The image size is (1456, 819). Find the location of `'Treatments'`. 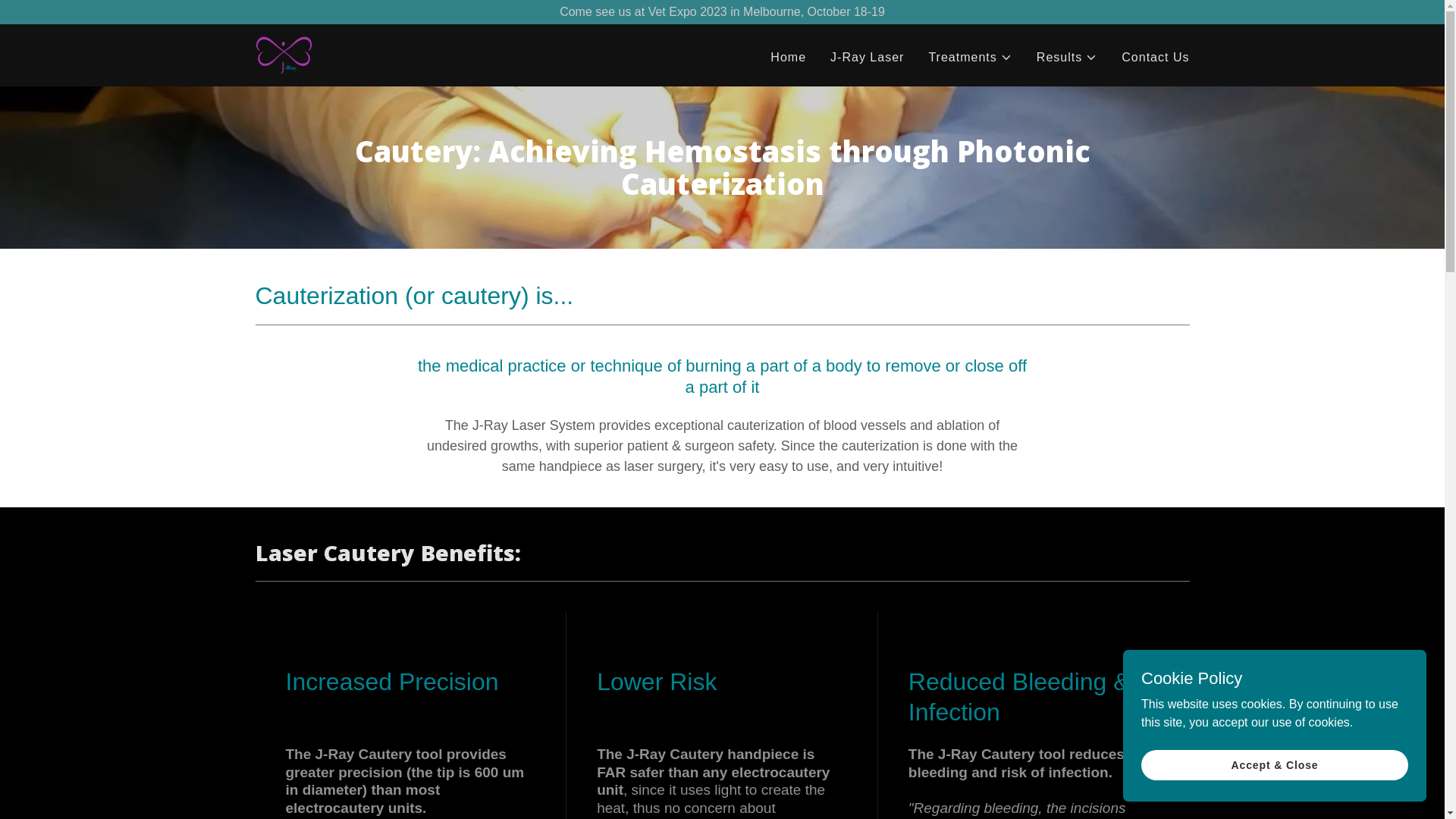

'Treatments' is located at coordinates (968, 57).